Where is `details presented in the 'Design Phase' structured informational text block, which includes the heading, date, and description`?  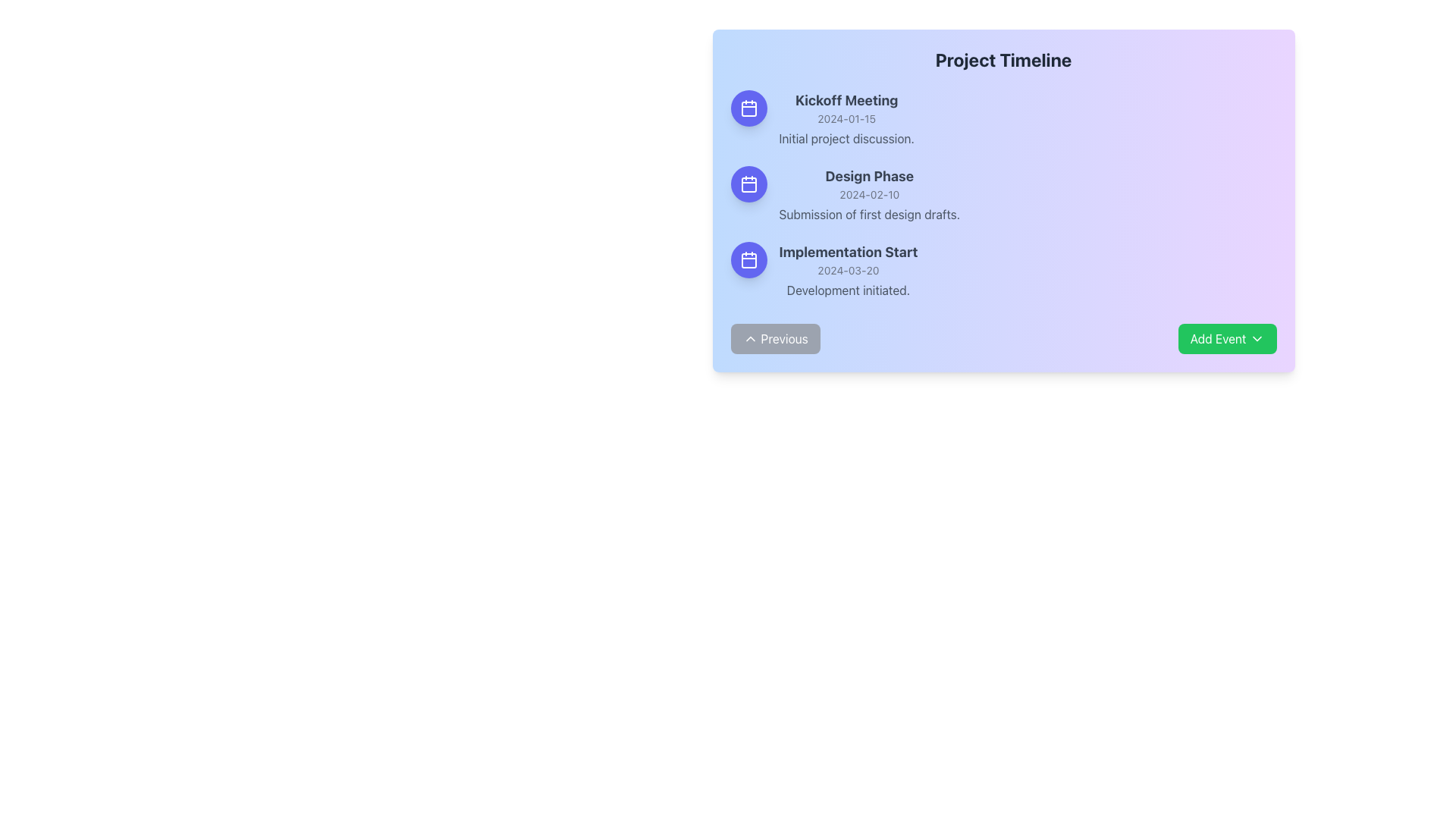
details presented in the 'Design Phase' structured informational text block, which includes the heading, date, and description is located at coordinates (869, 194).